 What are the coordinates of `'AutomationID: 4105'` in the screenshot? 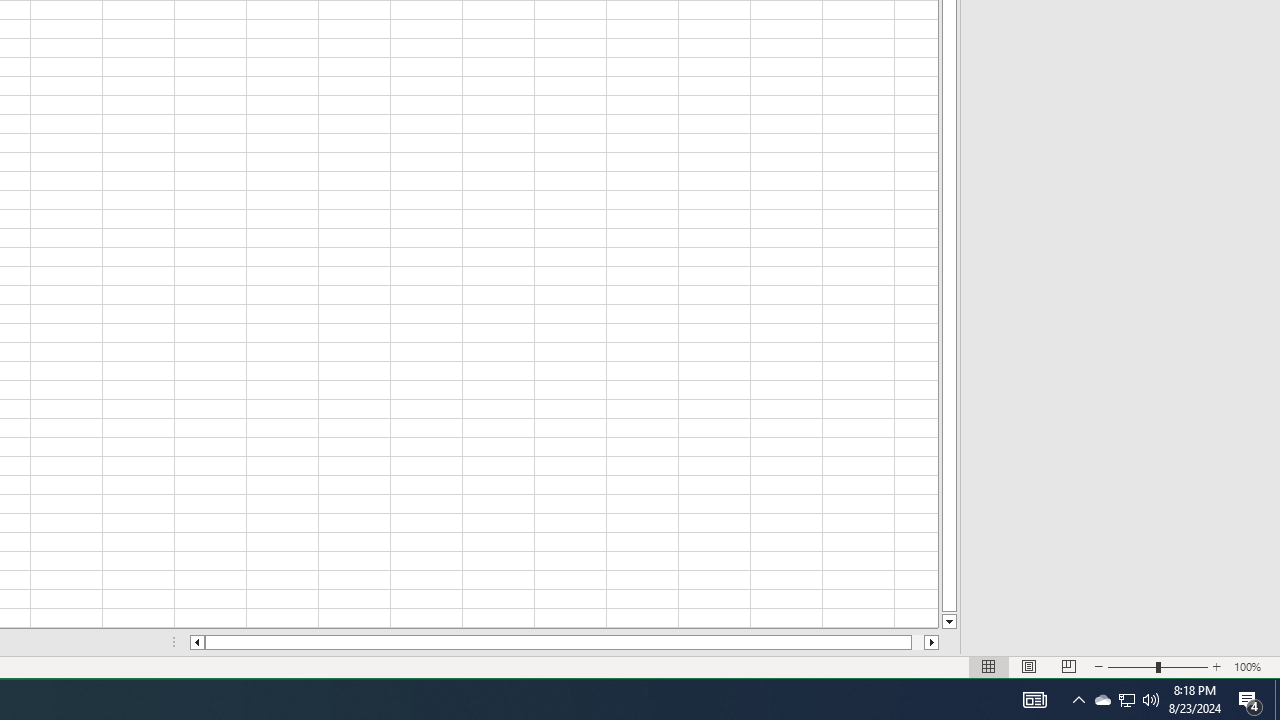 It's located at (1034, 698).